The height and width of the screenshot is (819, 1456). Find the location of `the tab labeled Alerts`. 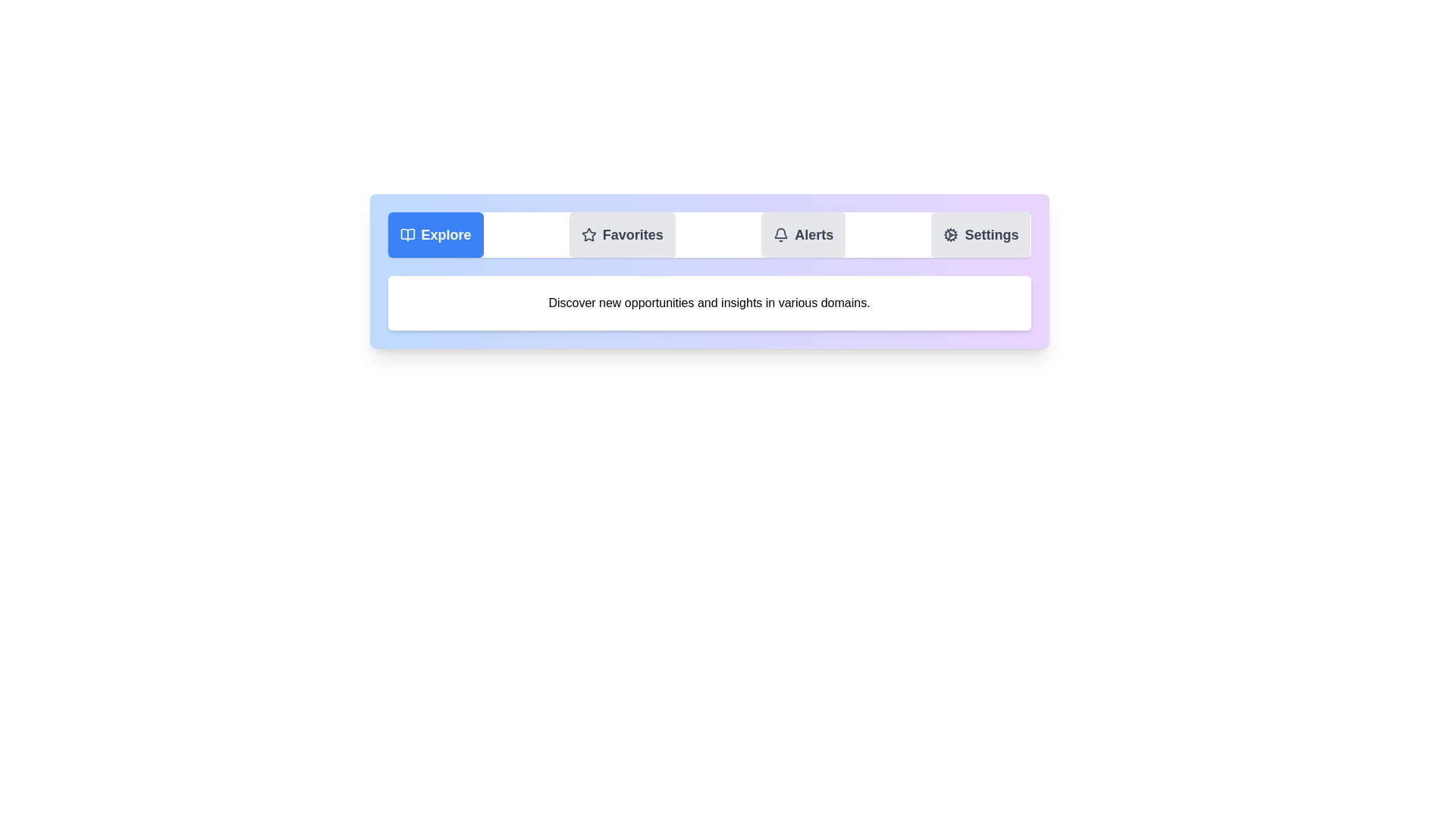

the tab labeled Alerts is located at coordinates (802, 234).